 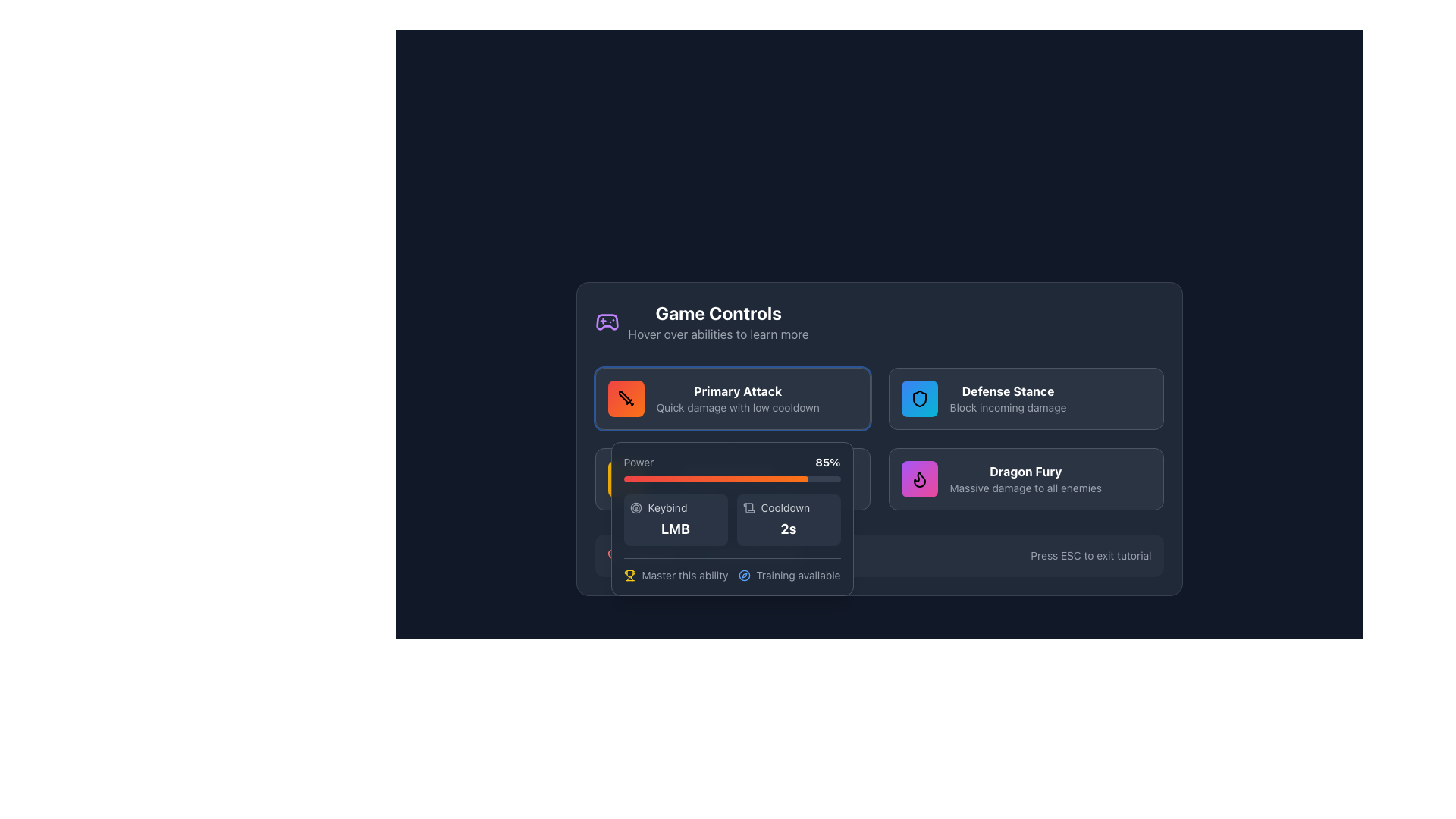 What do you see at coordinates (626, 397) in the screenshot?
I see `the sword icon located in the top-left card labeled 'Primary Attack', which is represented in a minimalist style with a sharp silhouette` at bounding box center [626, 397].